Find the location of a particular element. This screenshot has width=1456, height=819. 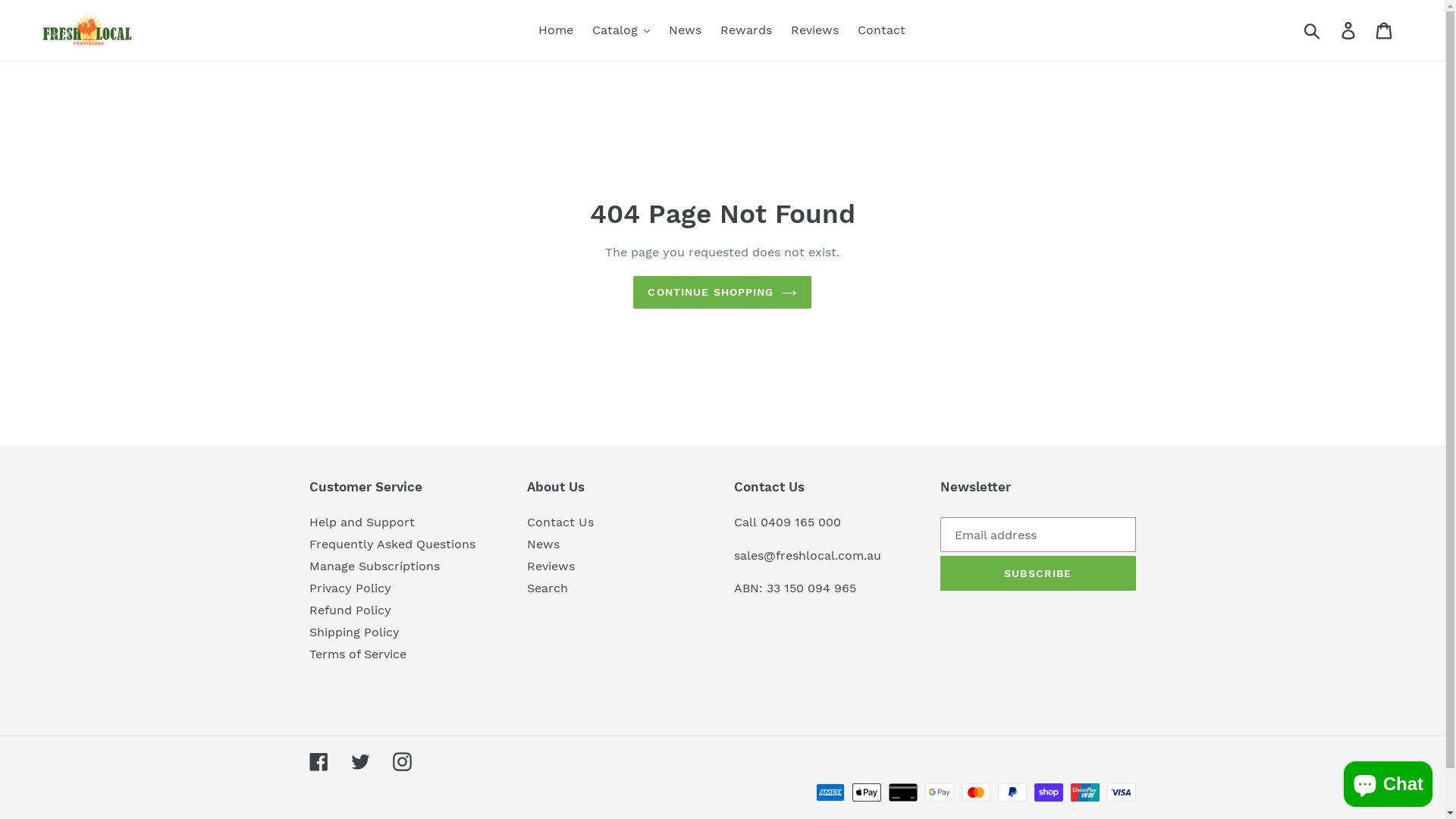

'Rewards' is located at coordinates (745, 30).